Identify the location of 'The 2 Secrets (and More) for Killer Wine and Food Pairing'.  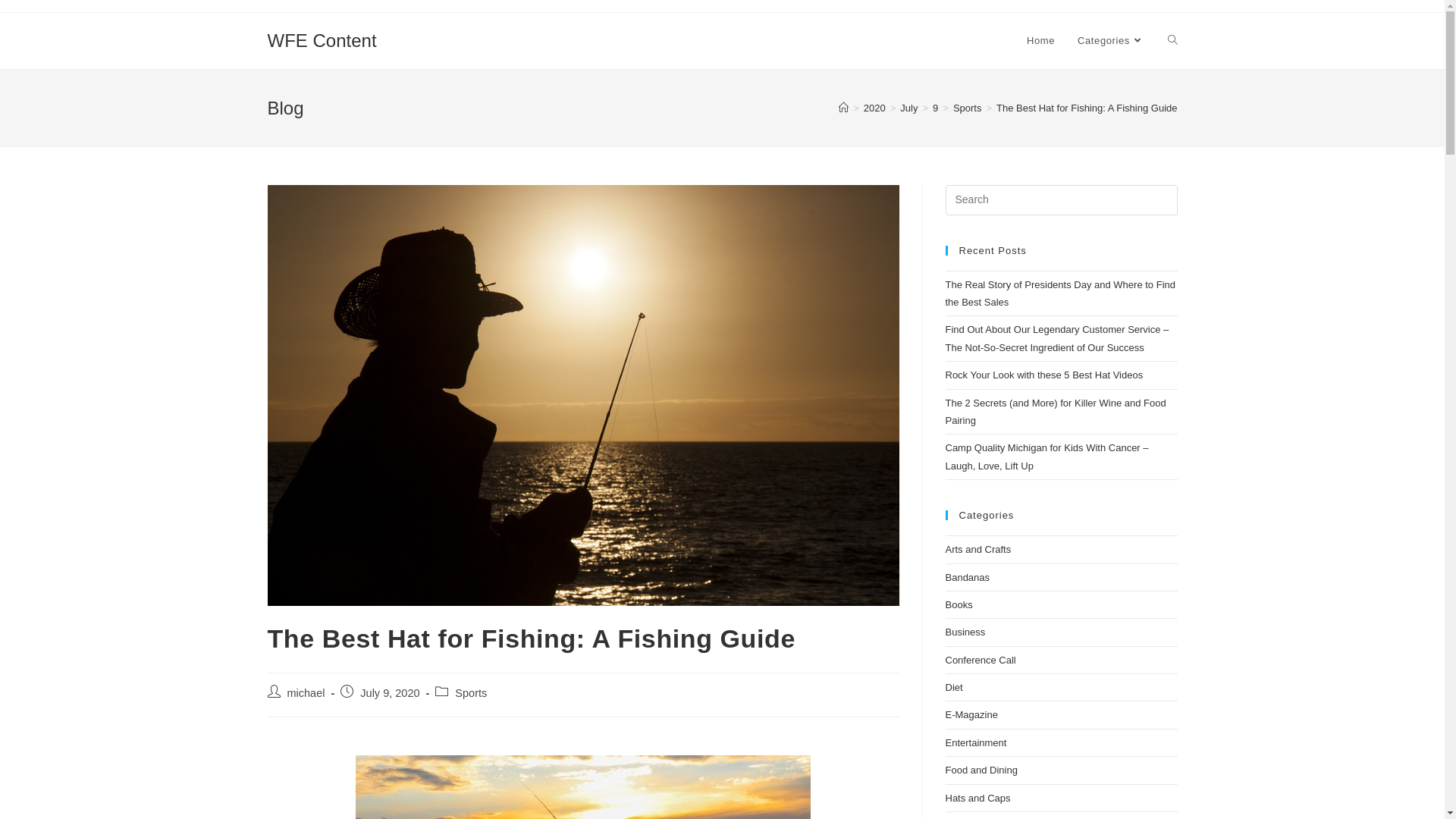
(1054, 412).